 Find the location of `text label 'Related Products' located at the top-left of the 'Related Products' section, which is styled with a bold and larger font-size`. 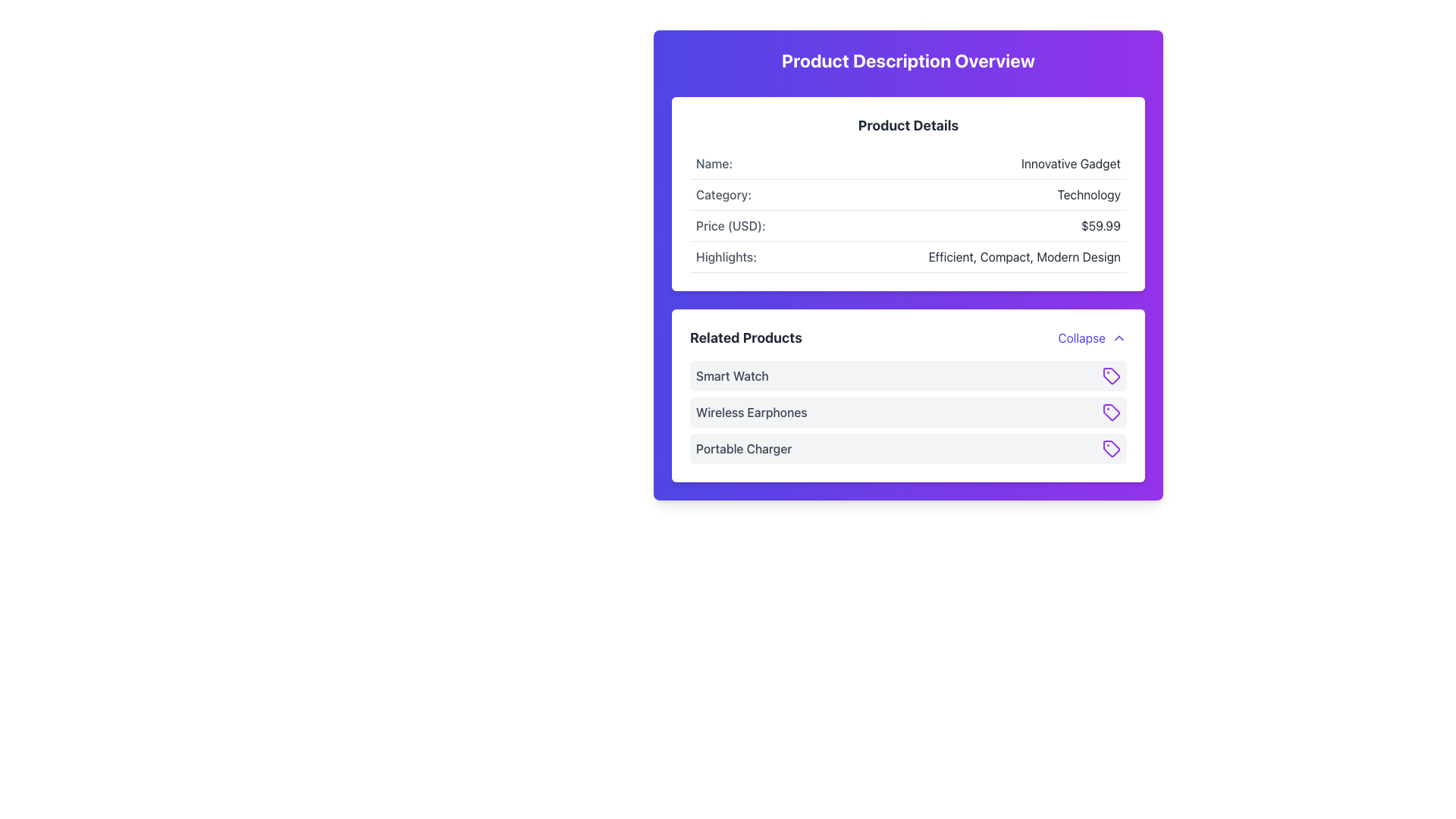

text label 'Related Products' located at the top-left of the 'Related Products' section, which is styled with a bold and larger font-size is located at coordinates (745, 337).